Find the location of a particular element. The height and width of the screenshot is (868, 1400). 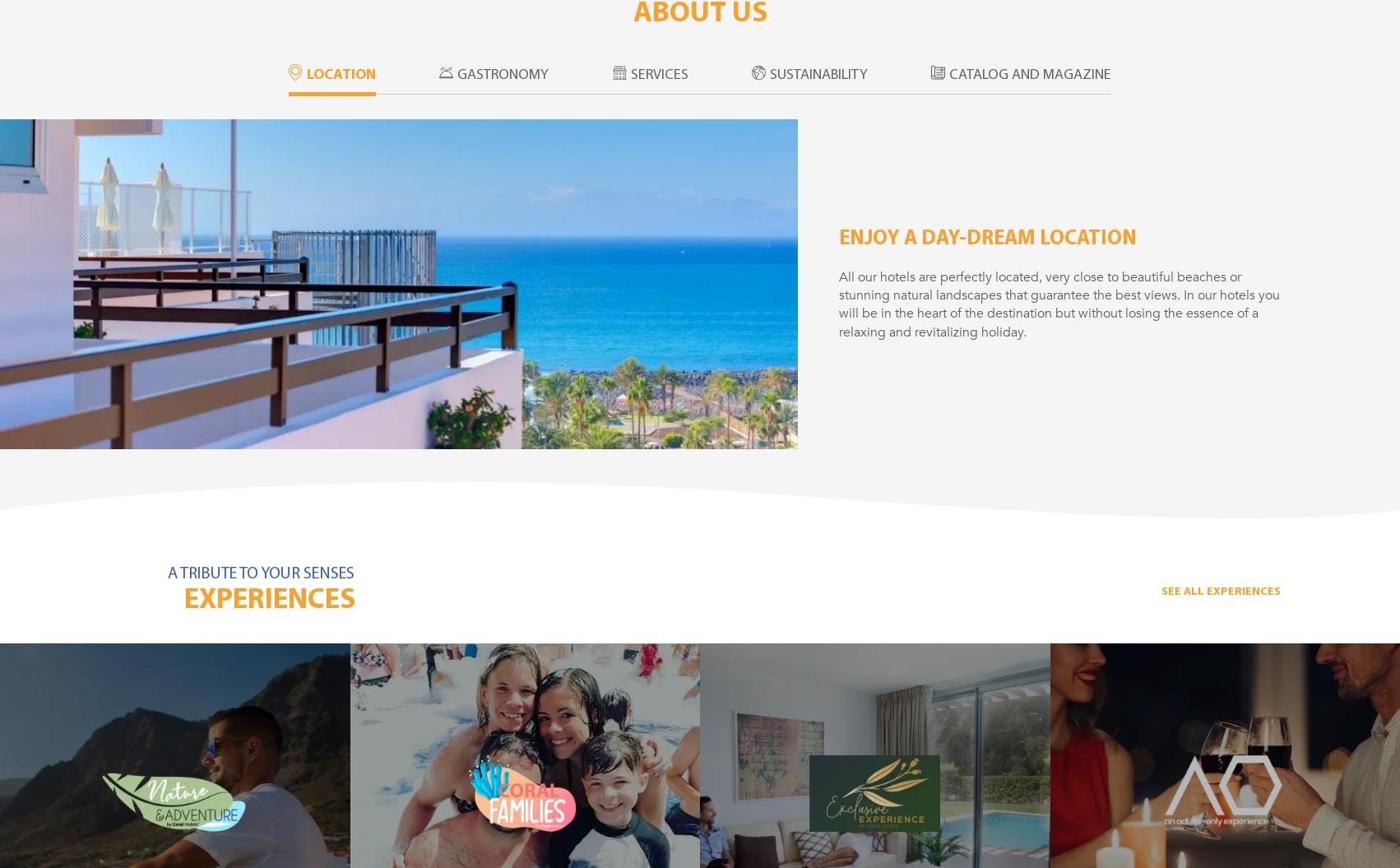

'GASTRONOMY' is located at coordinates (503, 74).